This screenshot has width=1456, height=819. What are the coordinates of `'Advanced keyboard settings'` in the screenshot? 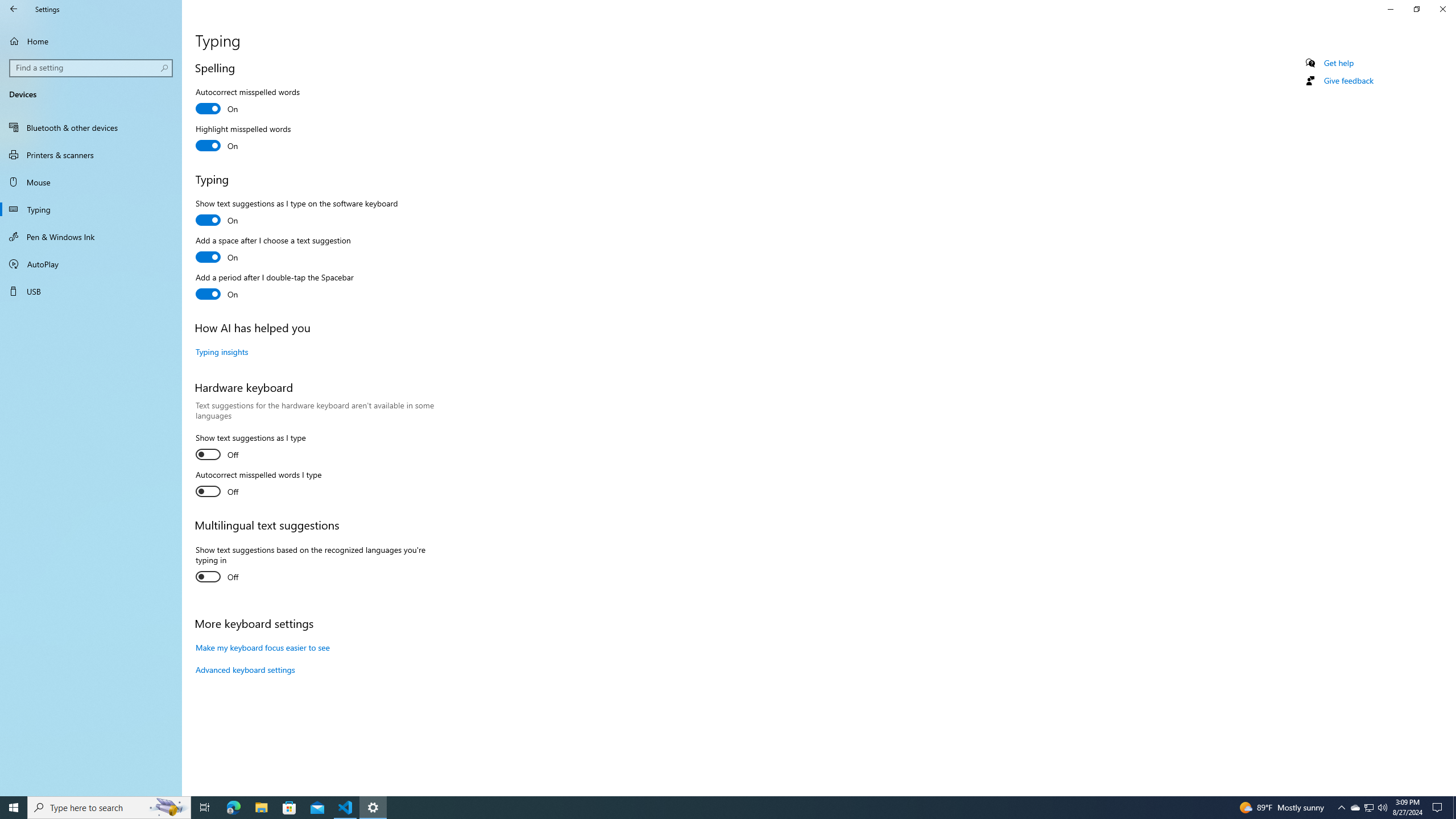 It's located at (245, 669).